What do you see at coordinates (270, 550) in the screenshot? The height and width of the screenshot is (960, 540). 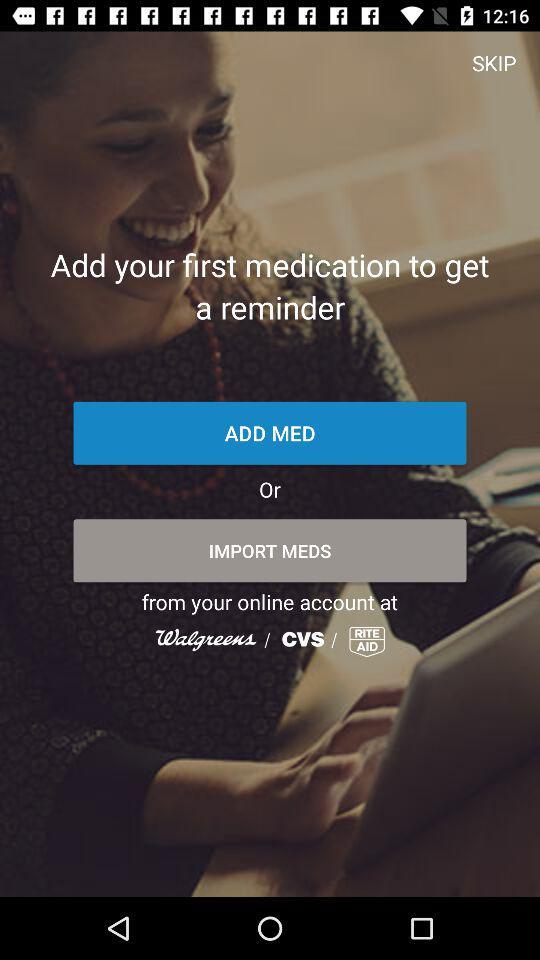 I see `item above from your online` at bounding box center [270, 550].